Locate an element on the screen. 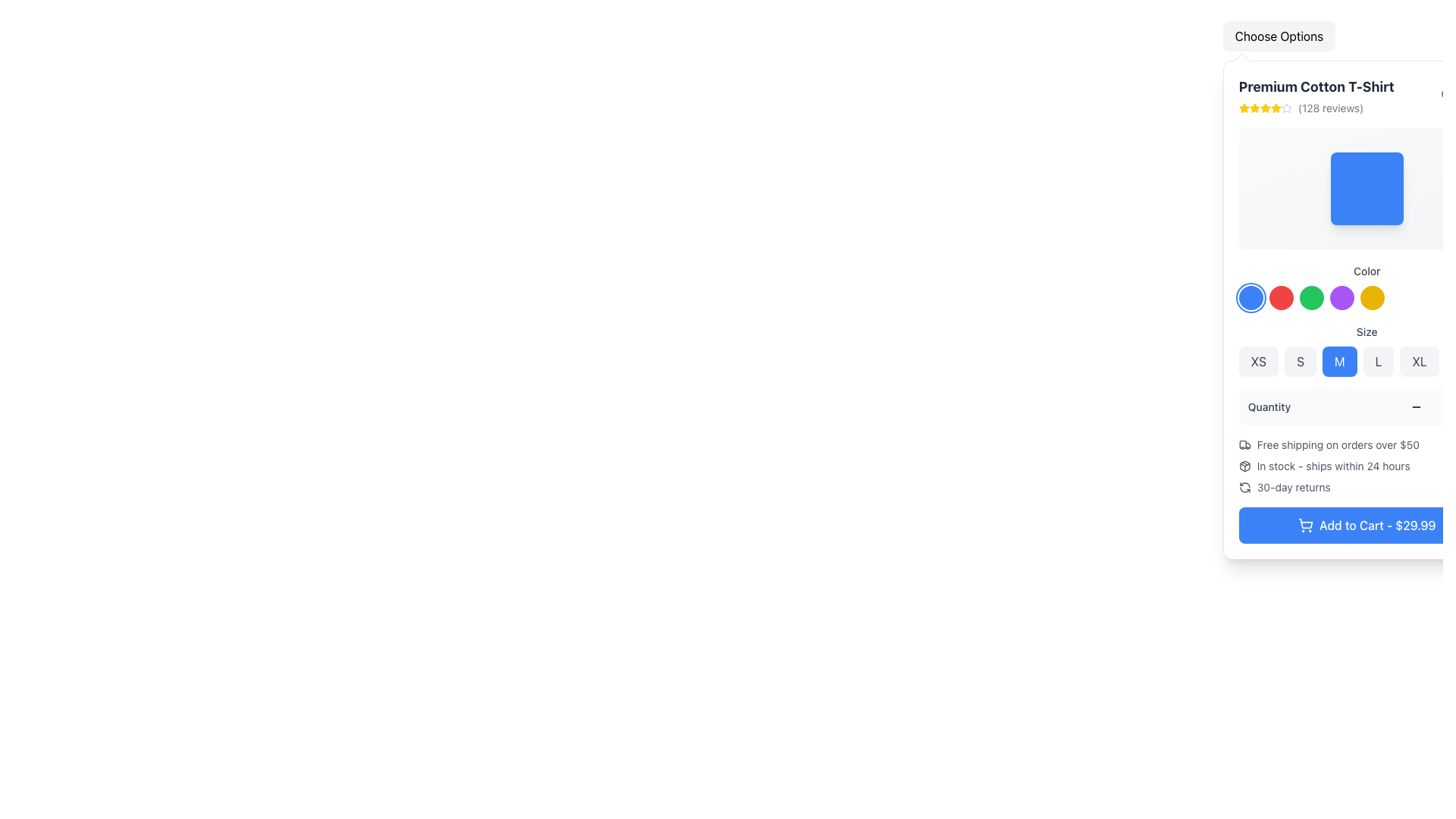 This screenshot has width=1456, height=819. the third star icon in the 5-star rating system located near the title 'Premium Cotton T-Shirt' is located at coordinates (1254, 107).